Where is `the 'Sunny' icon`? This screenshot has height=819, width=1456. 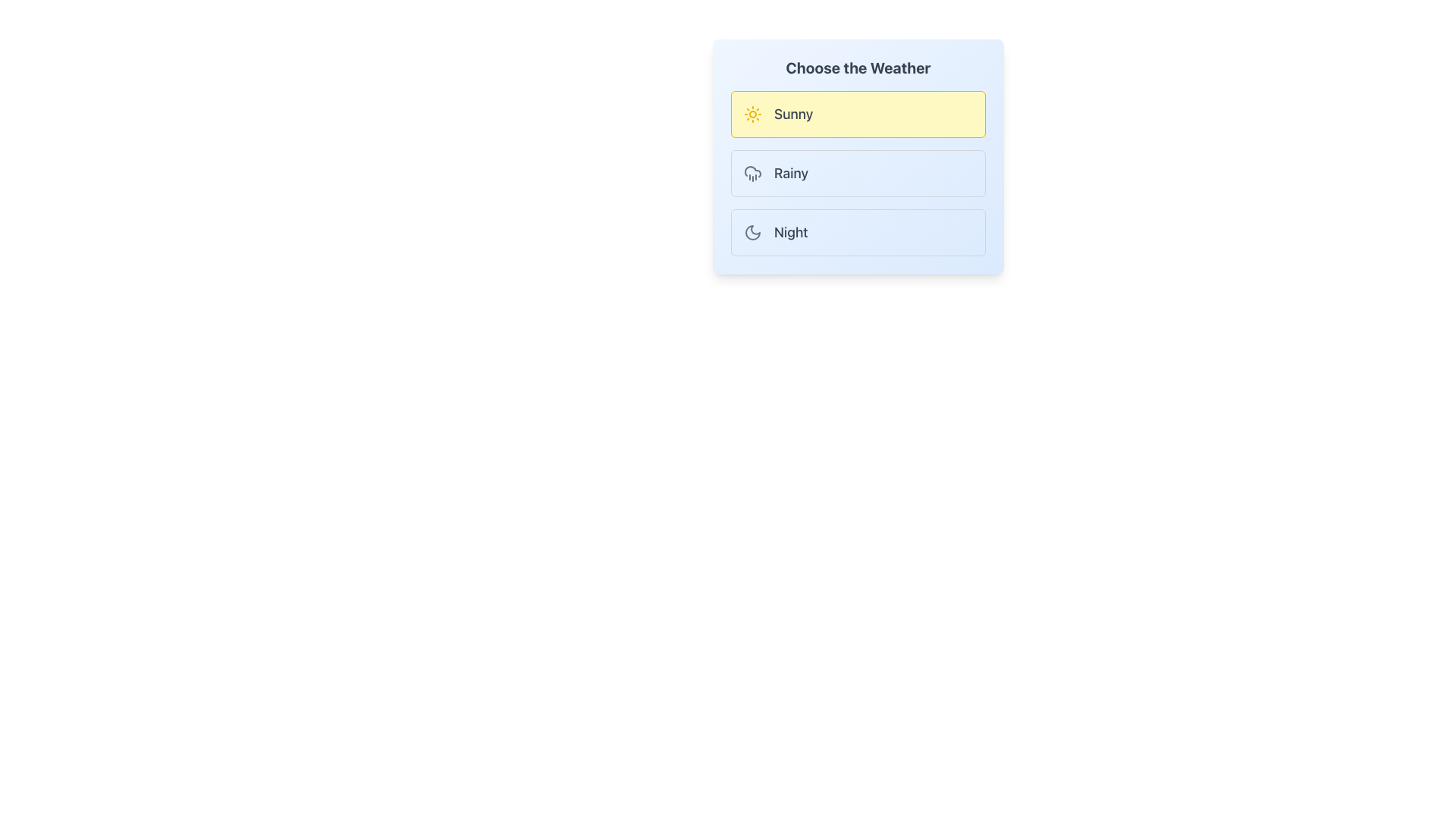
the 'Sunny' icon is located at coordinates (753, 113).